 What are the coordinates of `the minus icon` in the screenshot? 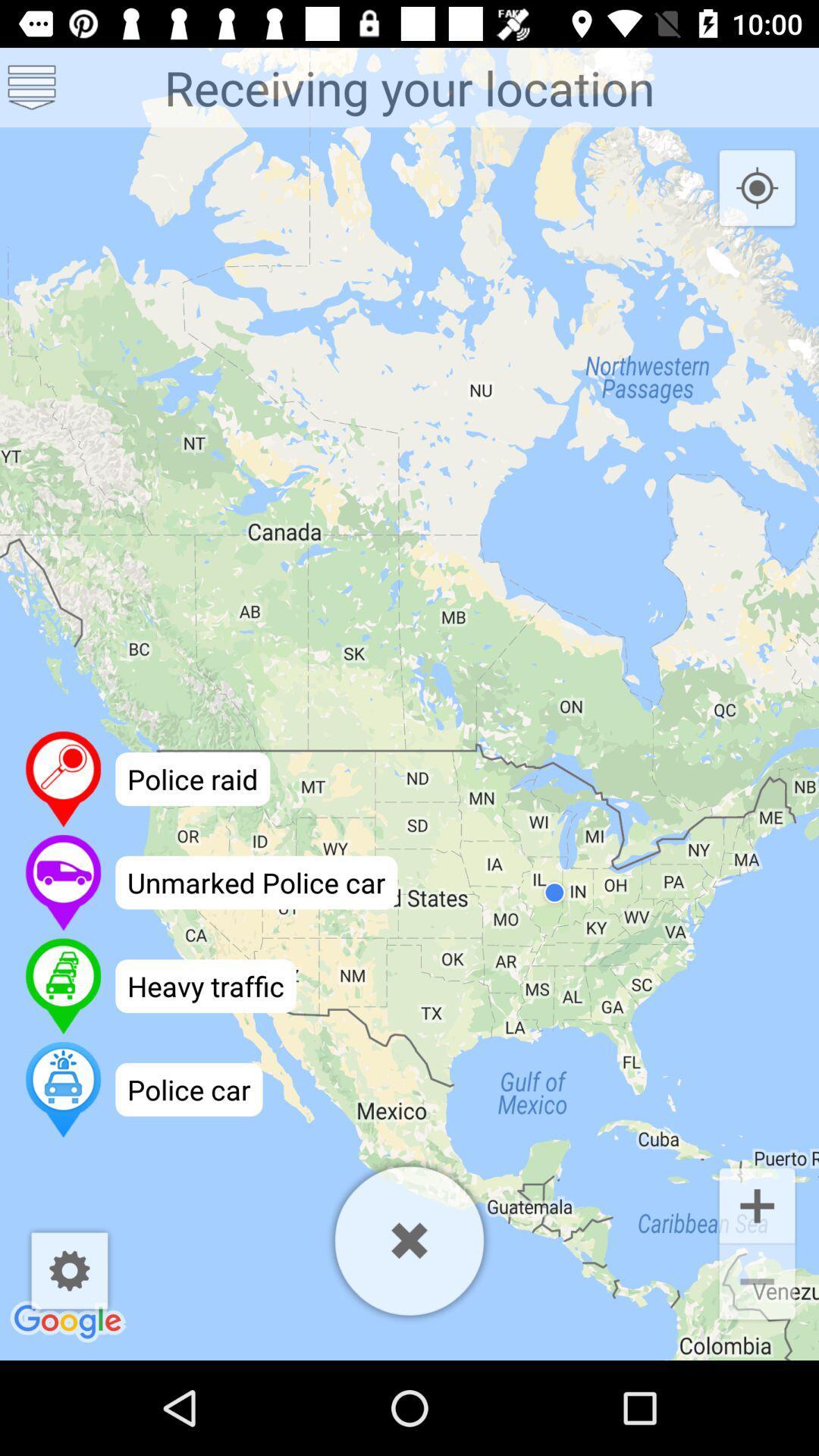 It's located at (757, 1283).